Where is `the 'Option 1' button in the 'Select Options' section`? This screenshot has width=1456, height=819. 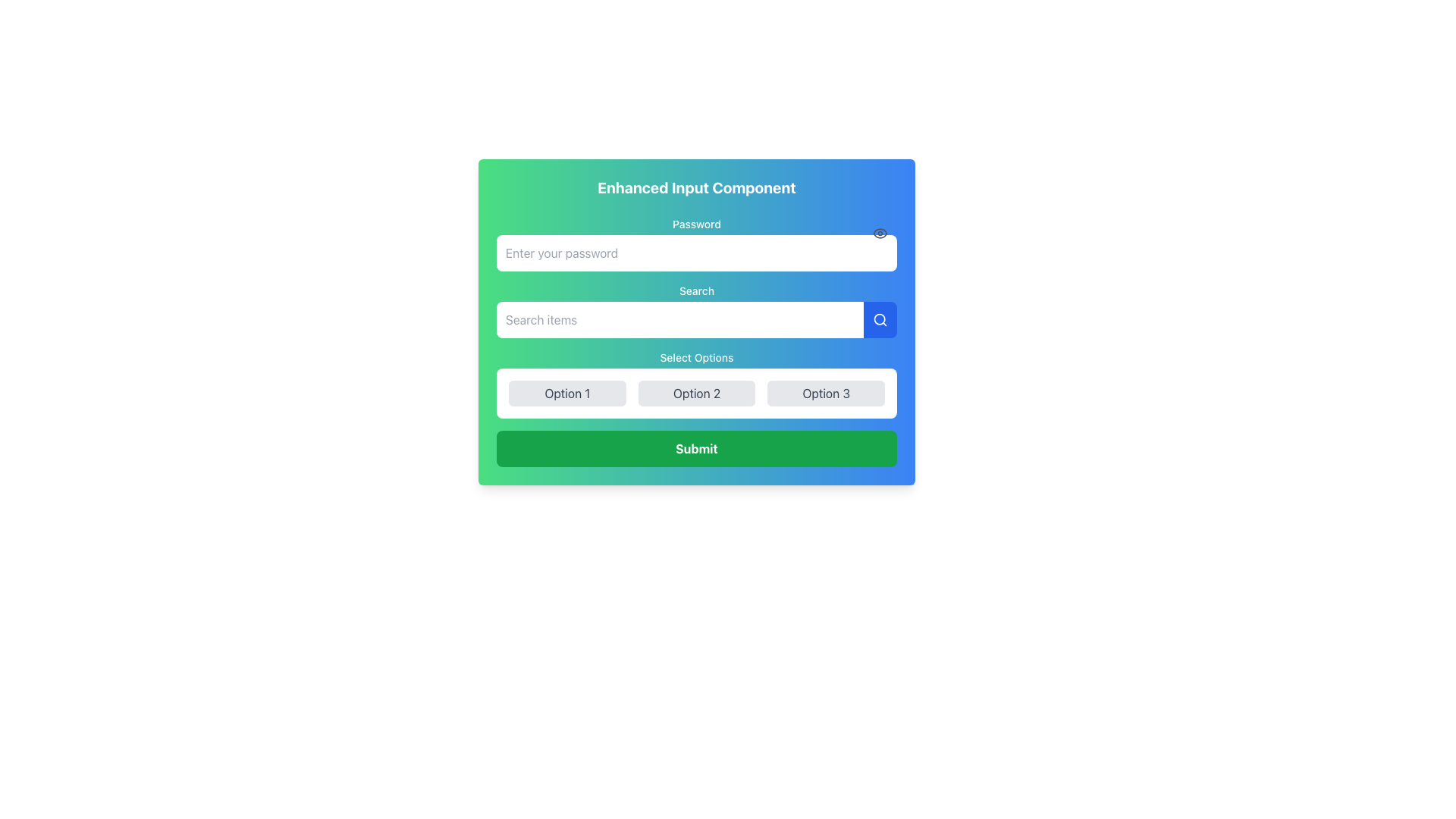
the 'Option 1' button in the 'Select Options' section is located at coordinates (566, 393).